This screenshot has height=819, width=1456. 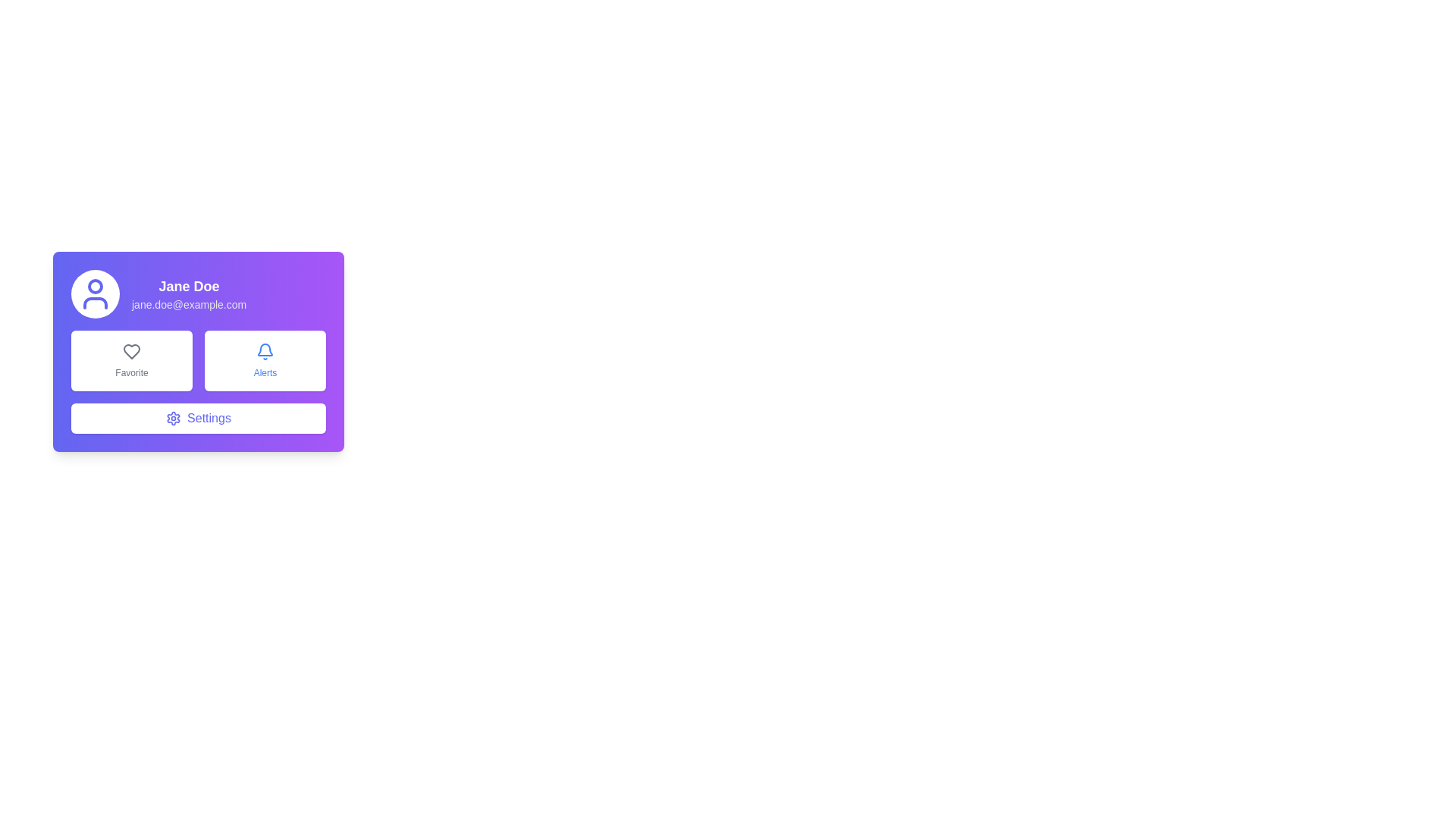 I want to click on the circular icon button with a white background and blue person icon located at the leftmost position of the user's profile card, so click(x=94, y=294).